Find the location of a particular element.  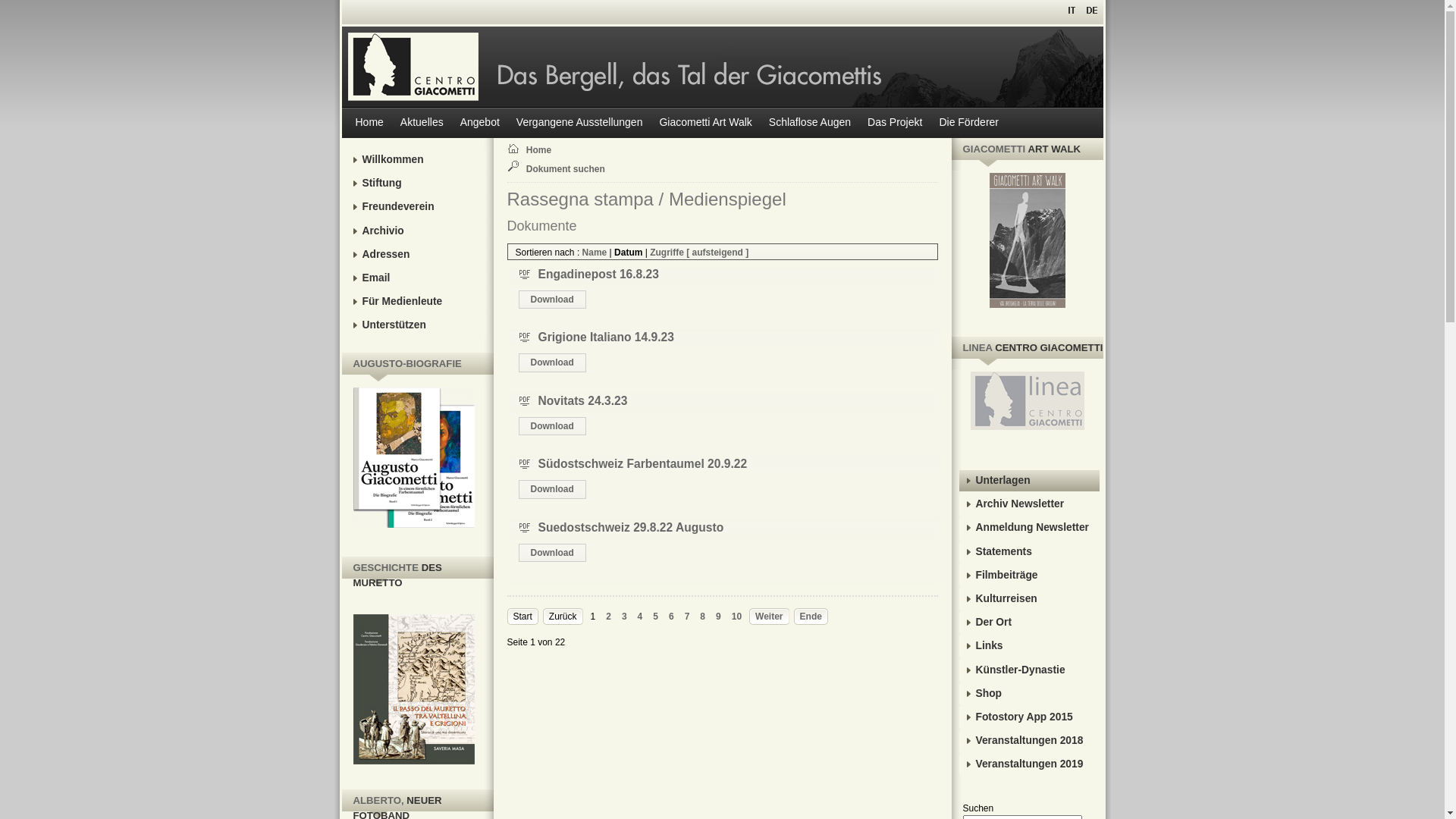

'Unterlagen' is located at coordinates (1028, 480).